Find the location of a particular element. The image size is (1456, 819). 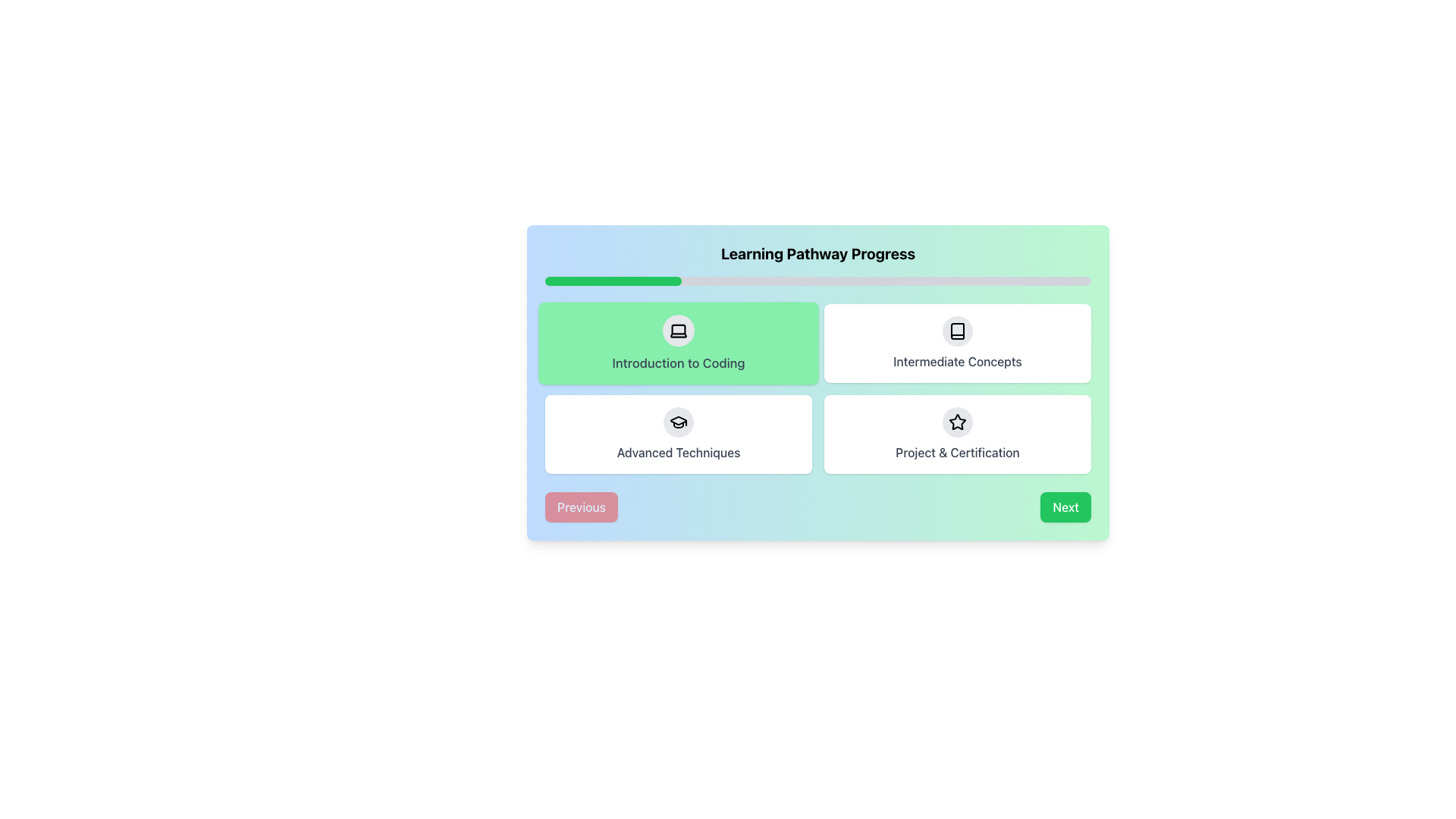

progress is located at coordinates (953, 281).